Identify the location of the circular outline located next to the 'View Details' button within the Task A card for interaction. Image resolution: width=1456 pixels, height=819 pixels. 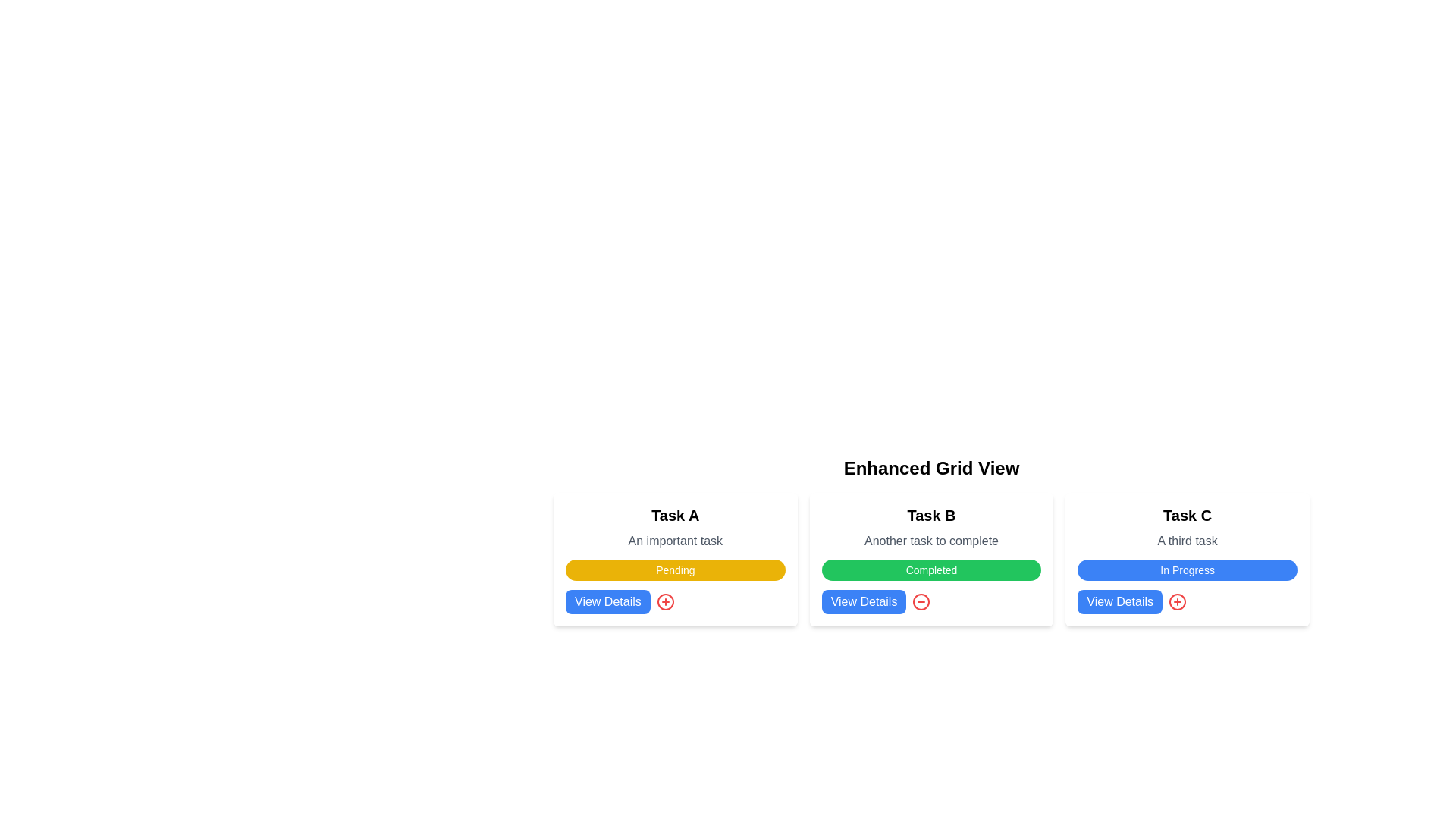
(665, 601).